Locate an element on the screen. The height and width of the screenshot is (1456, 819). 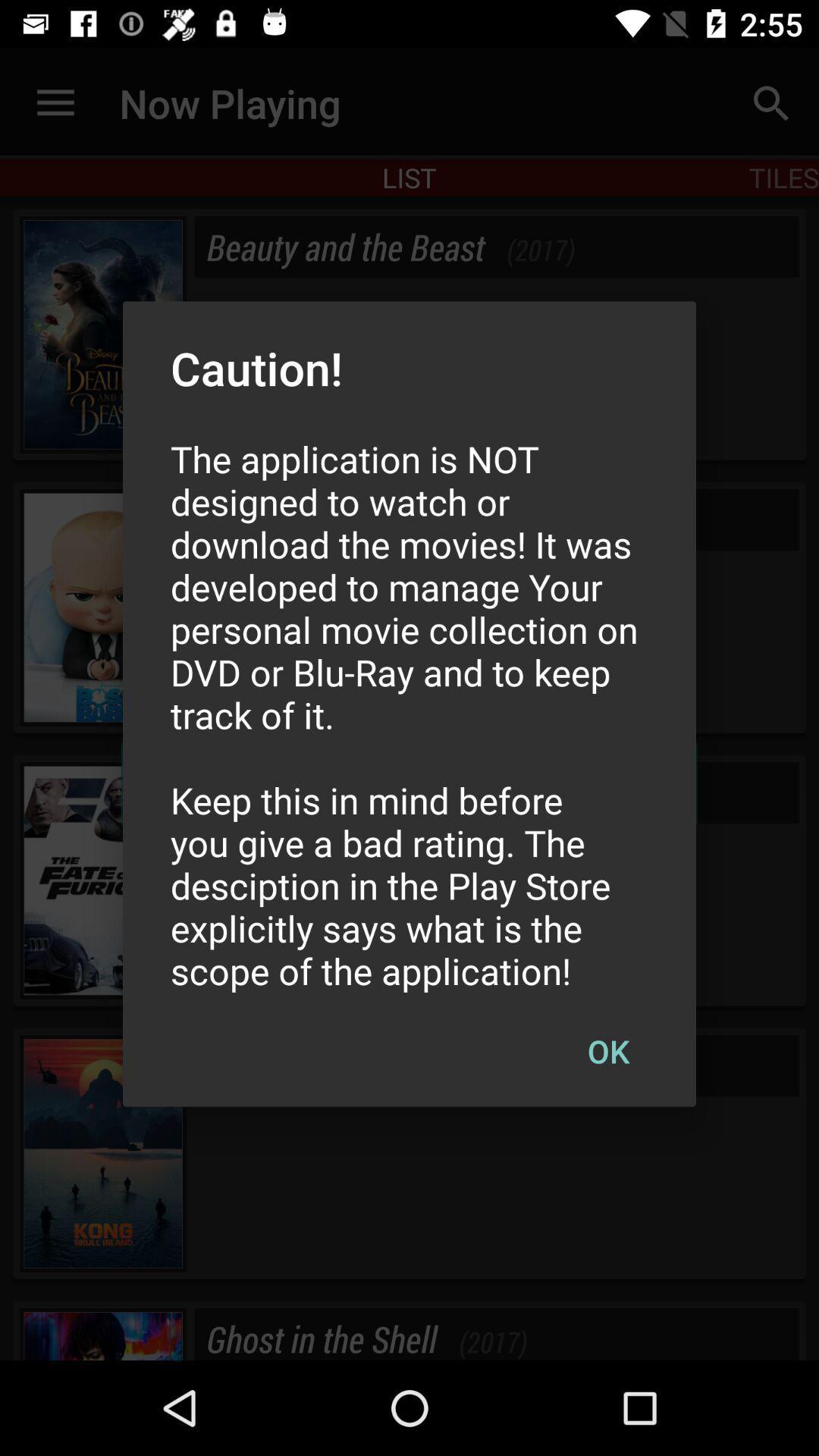
ok at the bottom right corner is located at coordinates (607, 1050).